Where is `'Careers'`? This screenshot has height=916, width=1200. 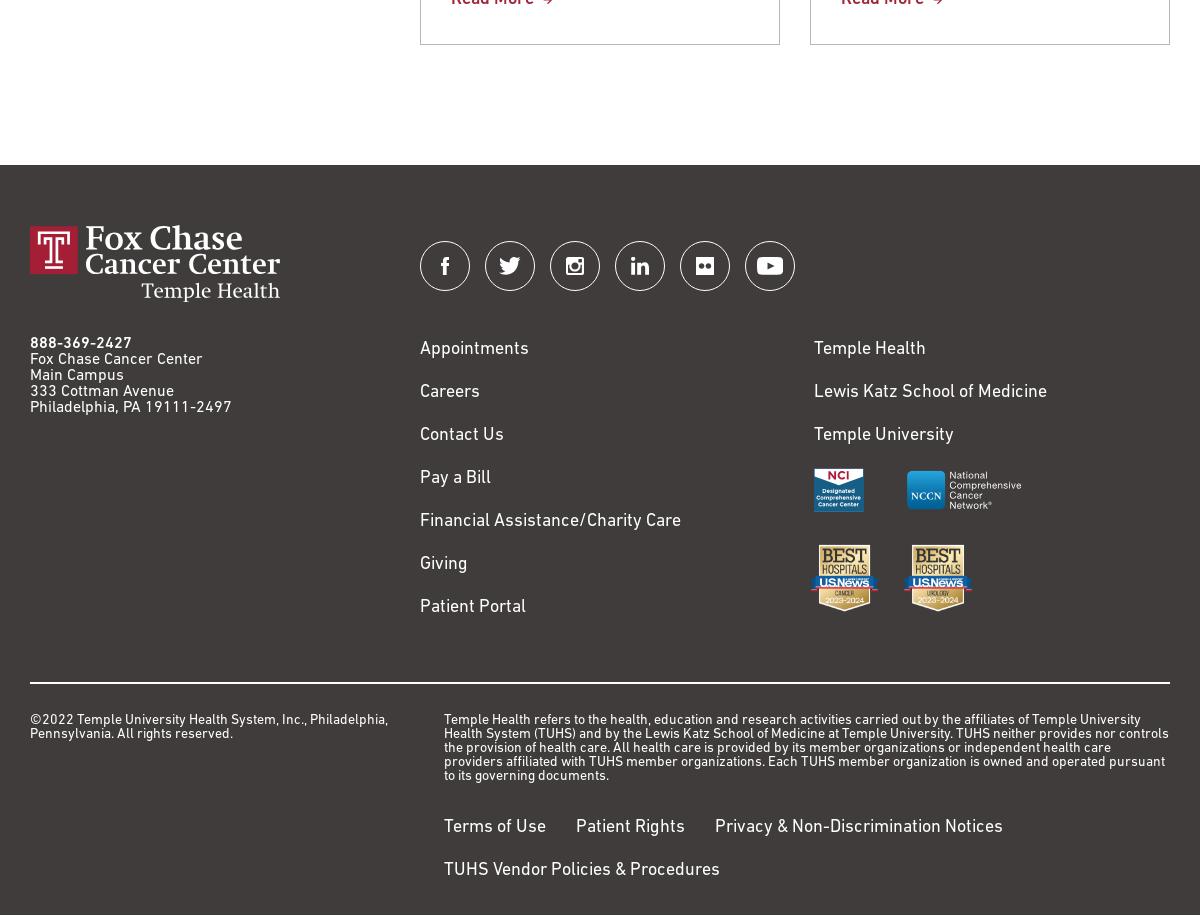 'Careers' is located at coordinates (450, 392).